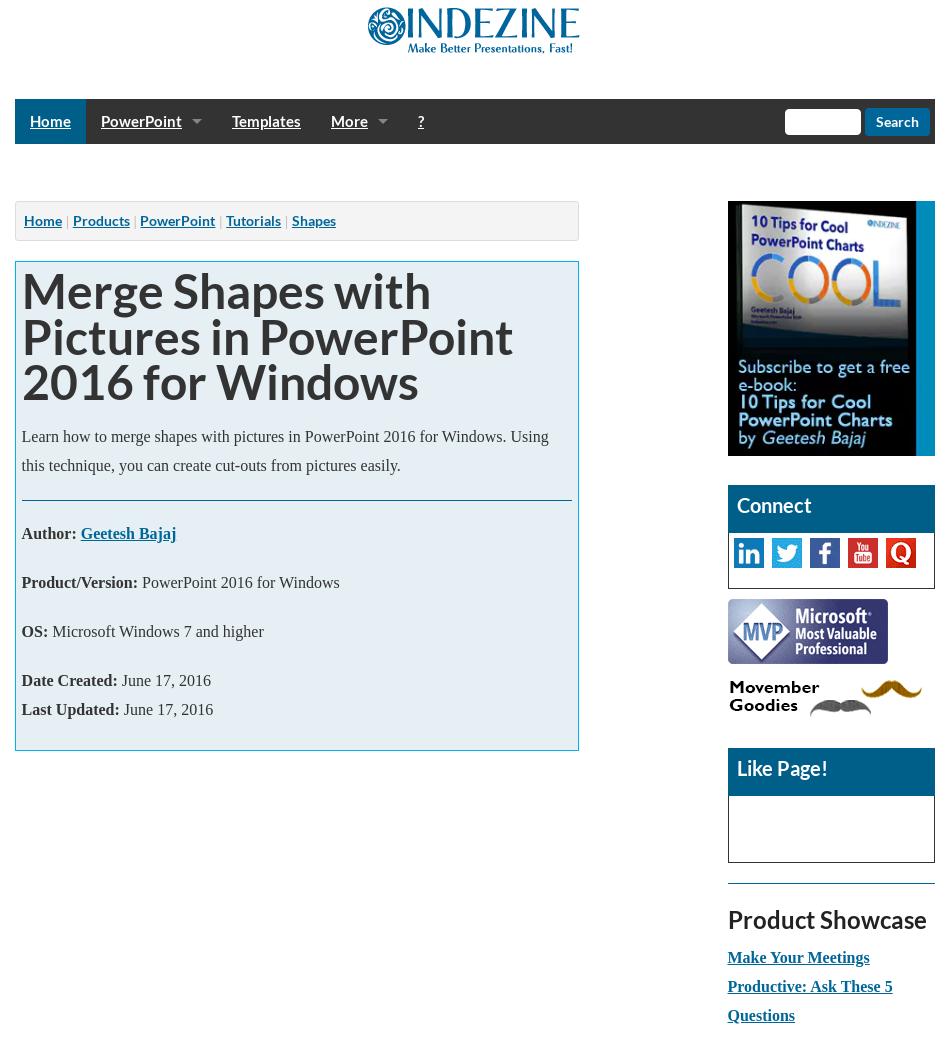 The width and height of the screenshot is (950, 1051). Describe the element at coordinates (312, 220) in the screenshot. I see `'Shapes'` at that location.